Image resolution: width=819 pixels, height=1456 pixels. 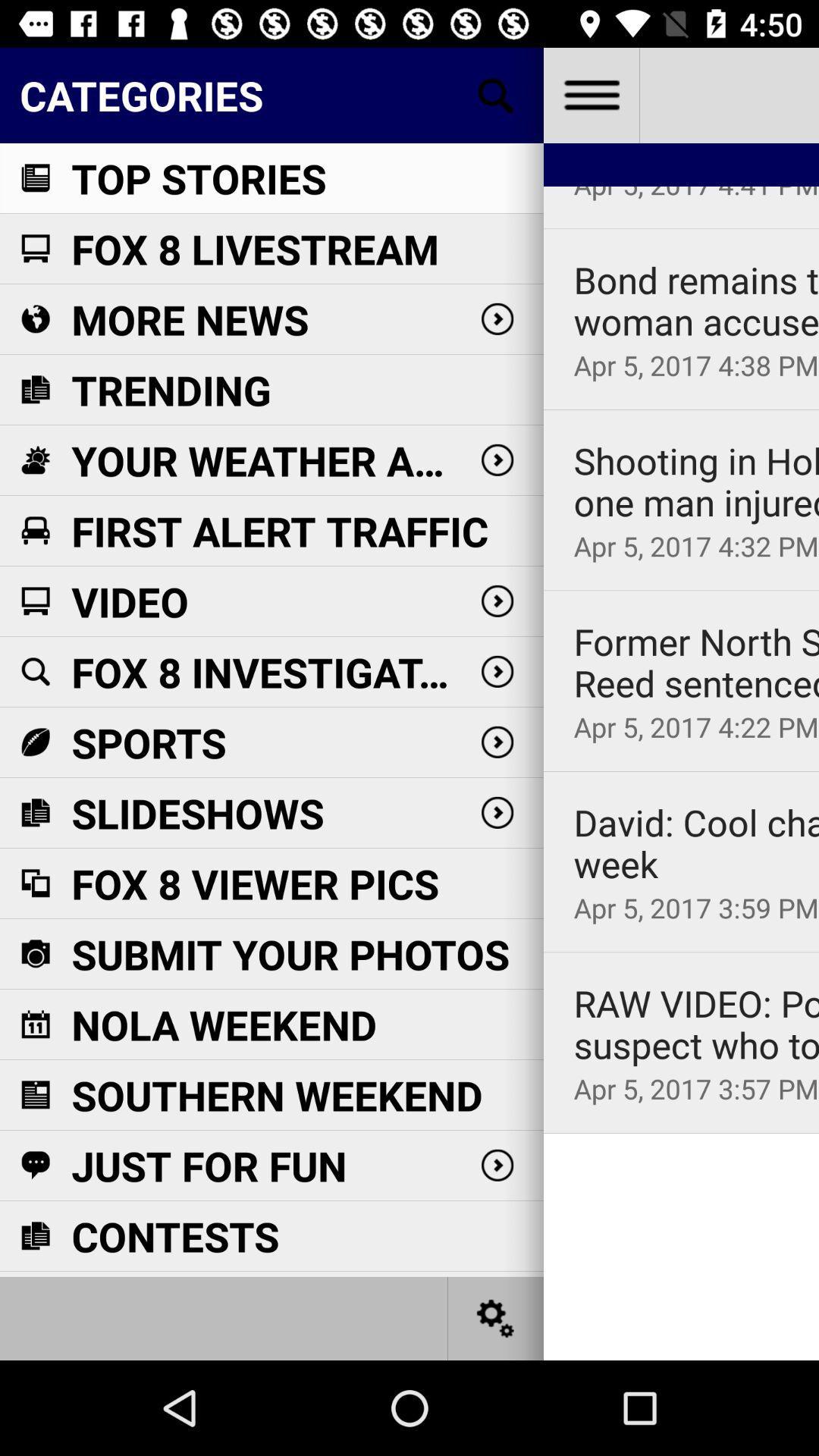 I want to click on settings, so click(x=496, y=1317).